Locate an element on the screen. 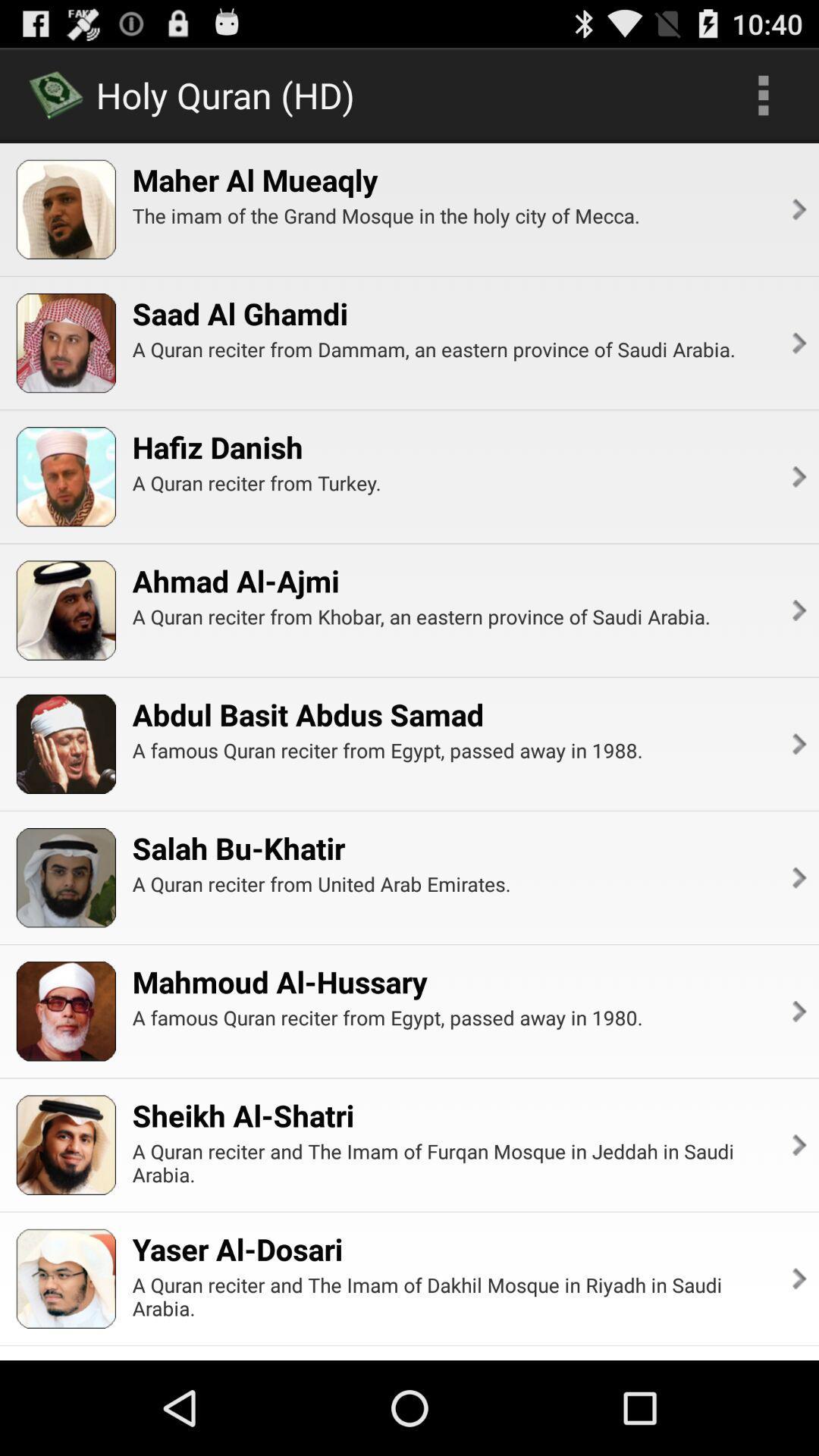 The height and width of the screenshot is (1456, 819). item above the a quran reciter item is located at coordinates (218, 446).